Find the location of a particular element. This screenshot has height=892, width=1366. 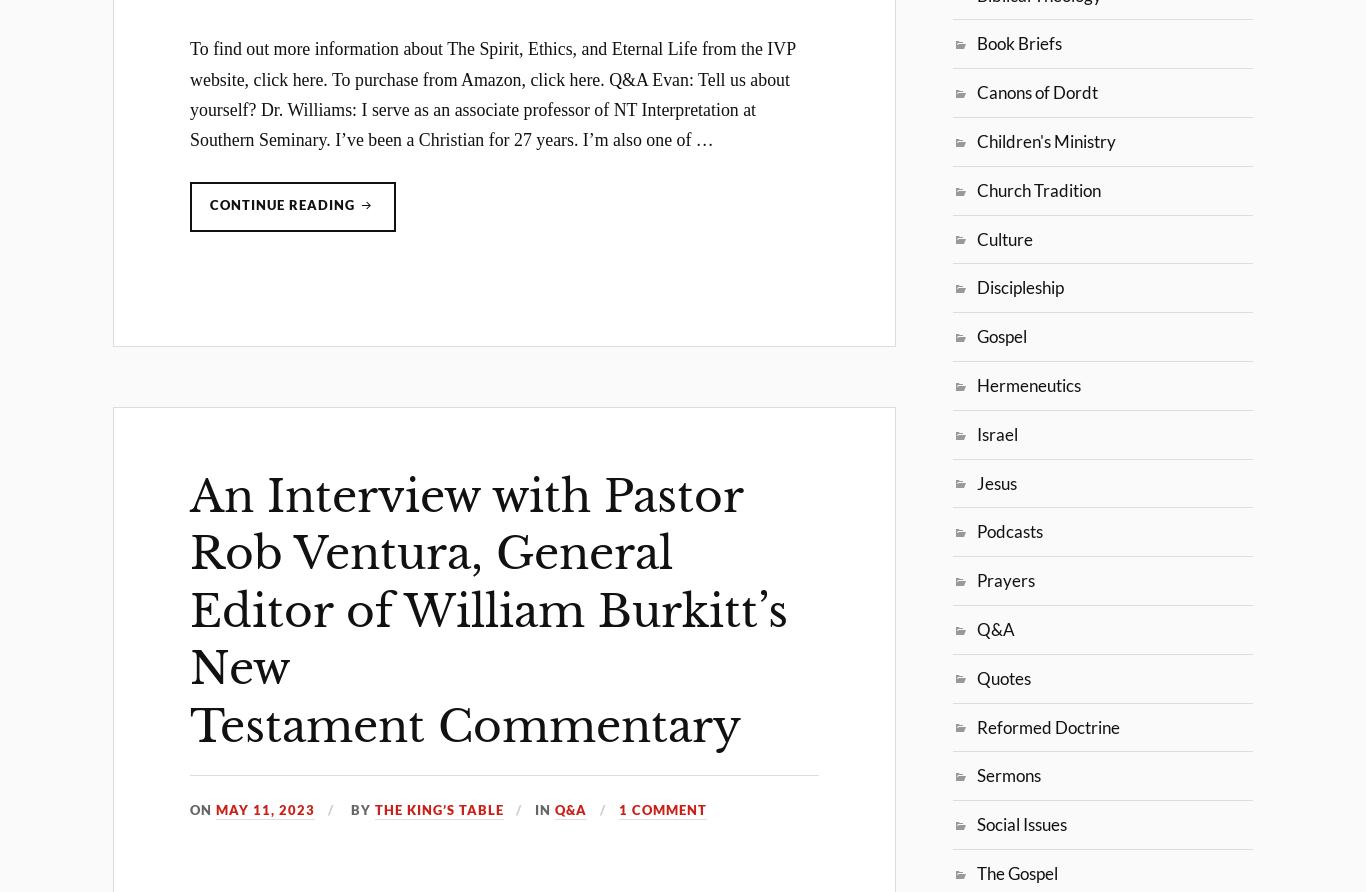

'Sermons' is located at coordinates (1009, 775).